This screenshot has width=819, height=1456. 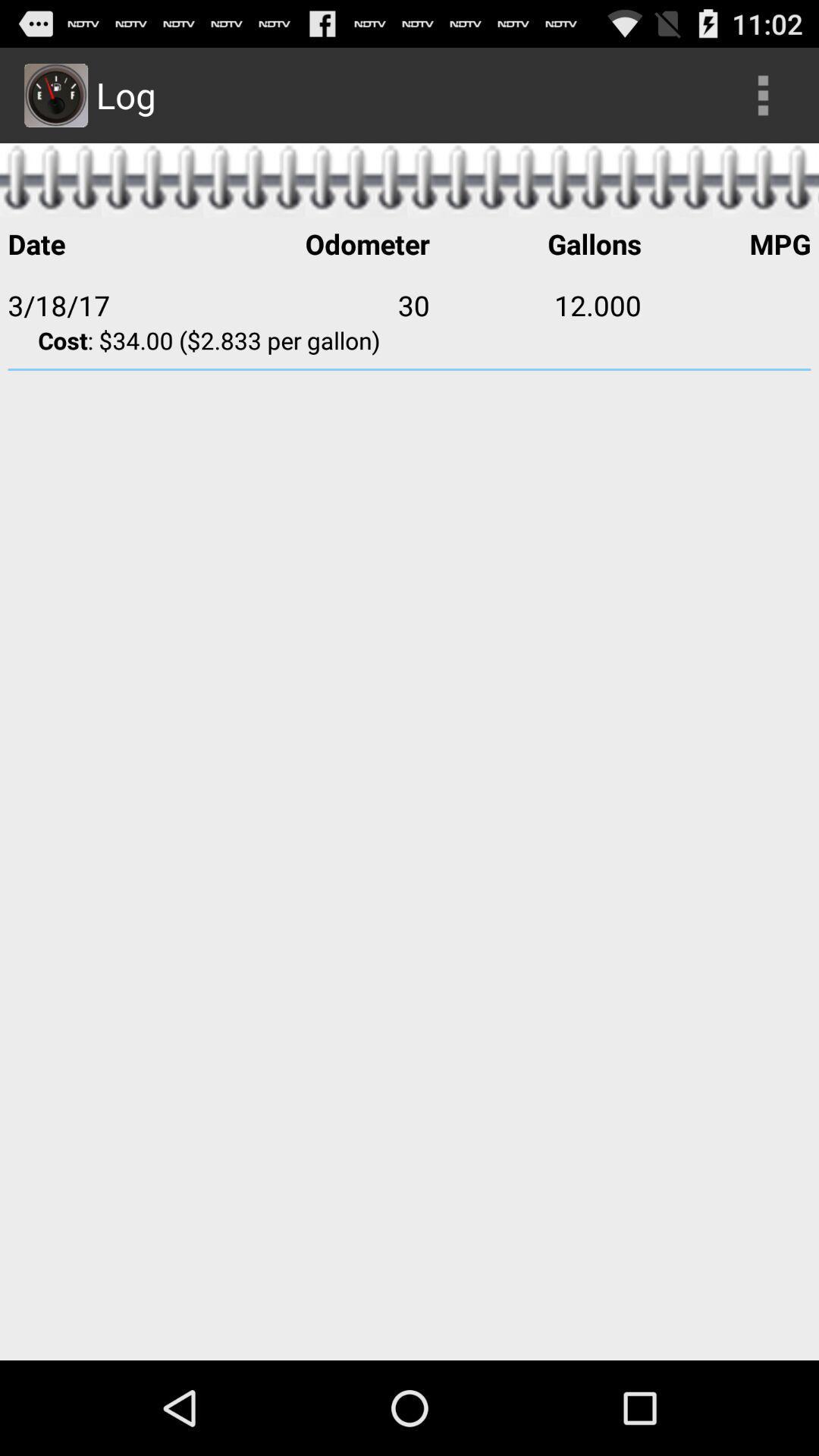 I want to click on the icon next to 12.000 app, so click(x=725, y=304).